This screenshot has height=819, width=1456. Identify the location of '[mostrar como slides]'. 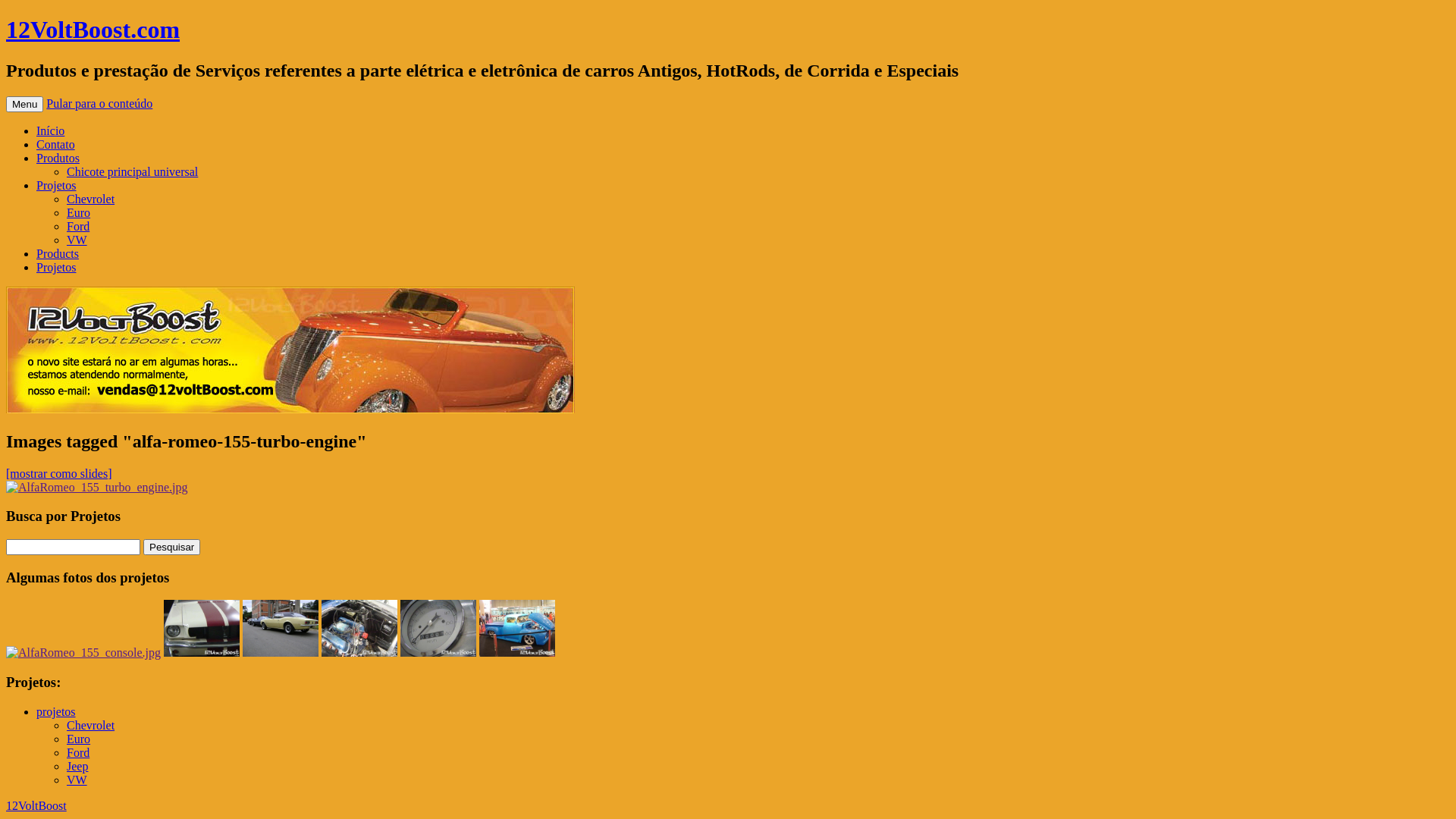
(58, 472).